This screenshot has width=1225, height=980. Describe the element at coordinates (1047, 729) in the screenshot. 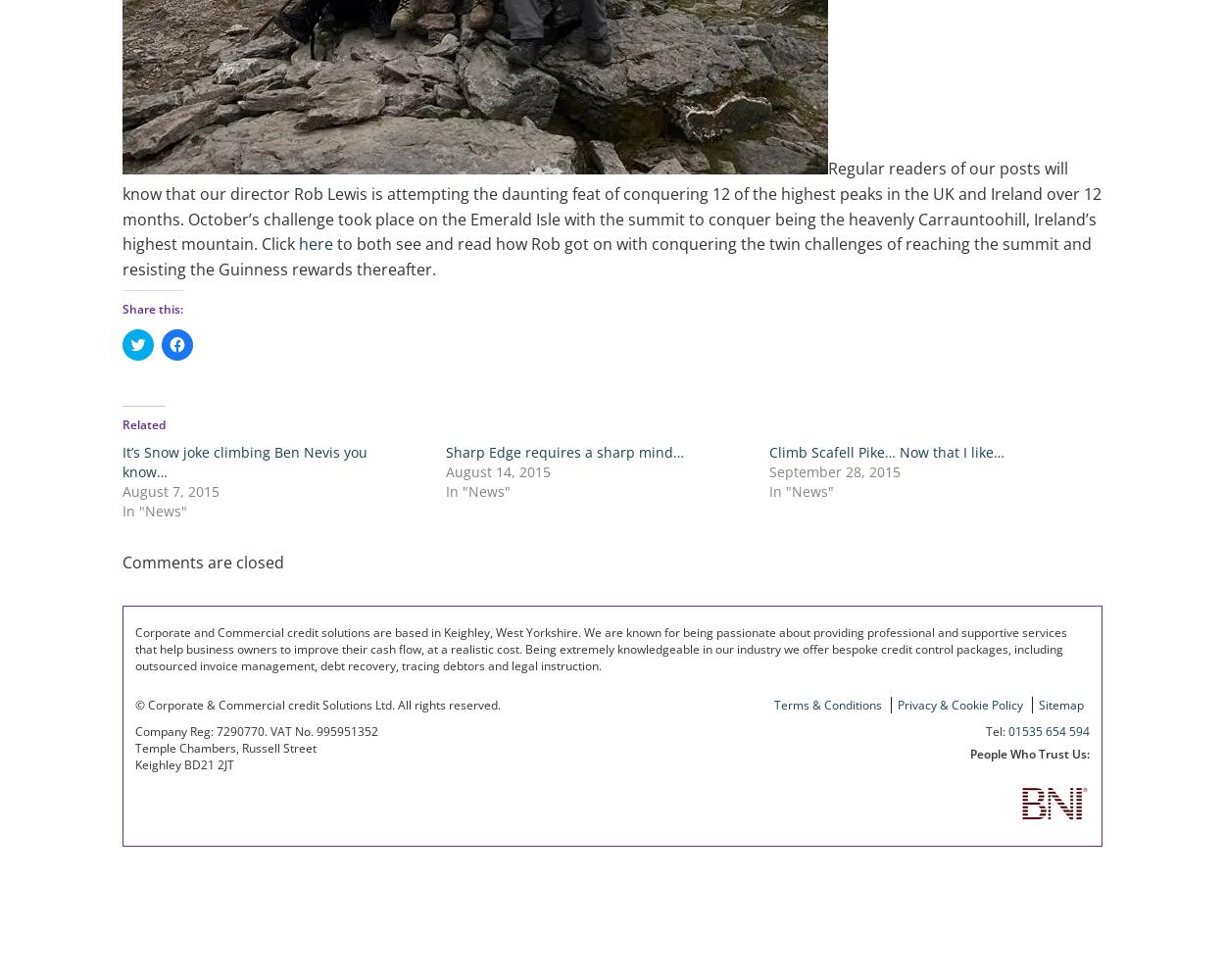

I see `'01535 654 594'` at that location.